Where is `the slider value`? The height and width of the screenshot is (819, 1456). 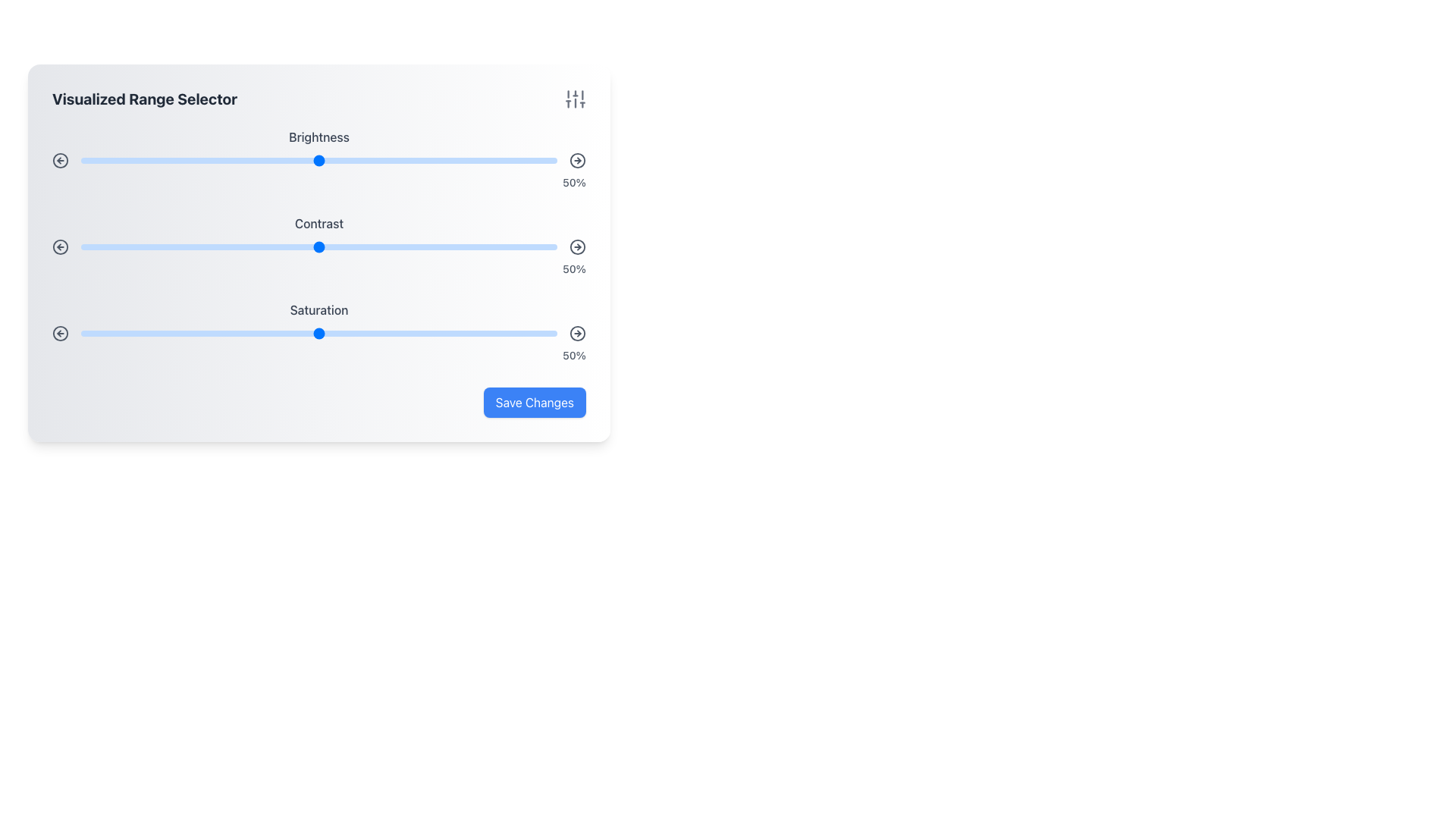
the slider value is located at coordinates (243, 246).